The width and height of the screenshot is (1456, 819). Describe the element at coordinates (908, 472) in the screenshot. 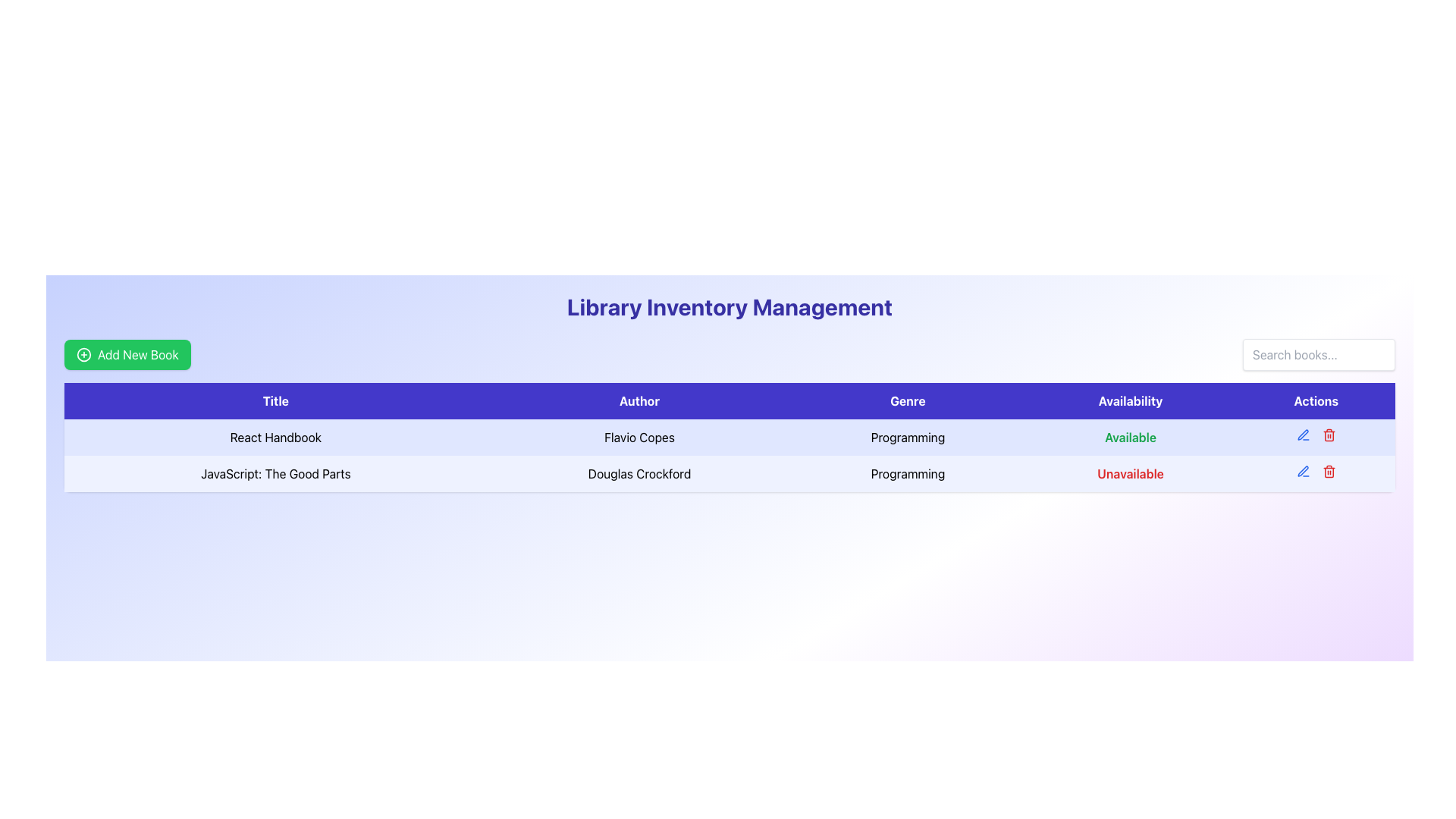

I see `the Static Text Label that denotes the genre of the book 'JavaScript: The Good Parts' by 'Douglas Crockford' located in the third column of its row` at that location.